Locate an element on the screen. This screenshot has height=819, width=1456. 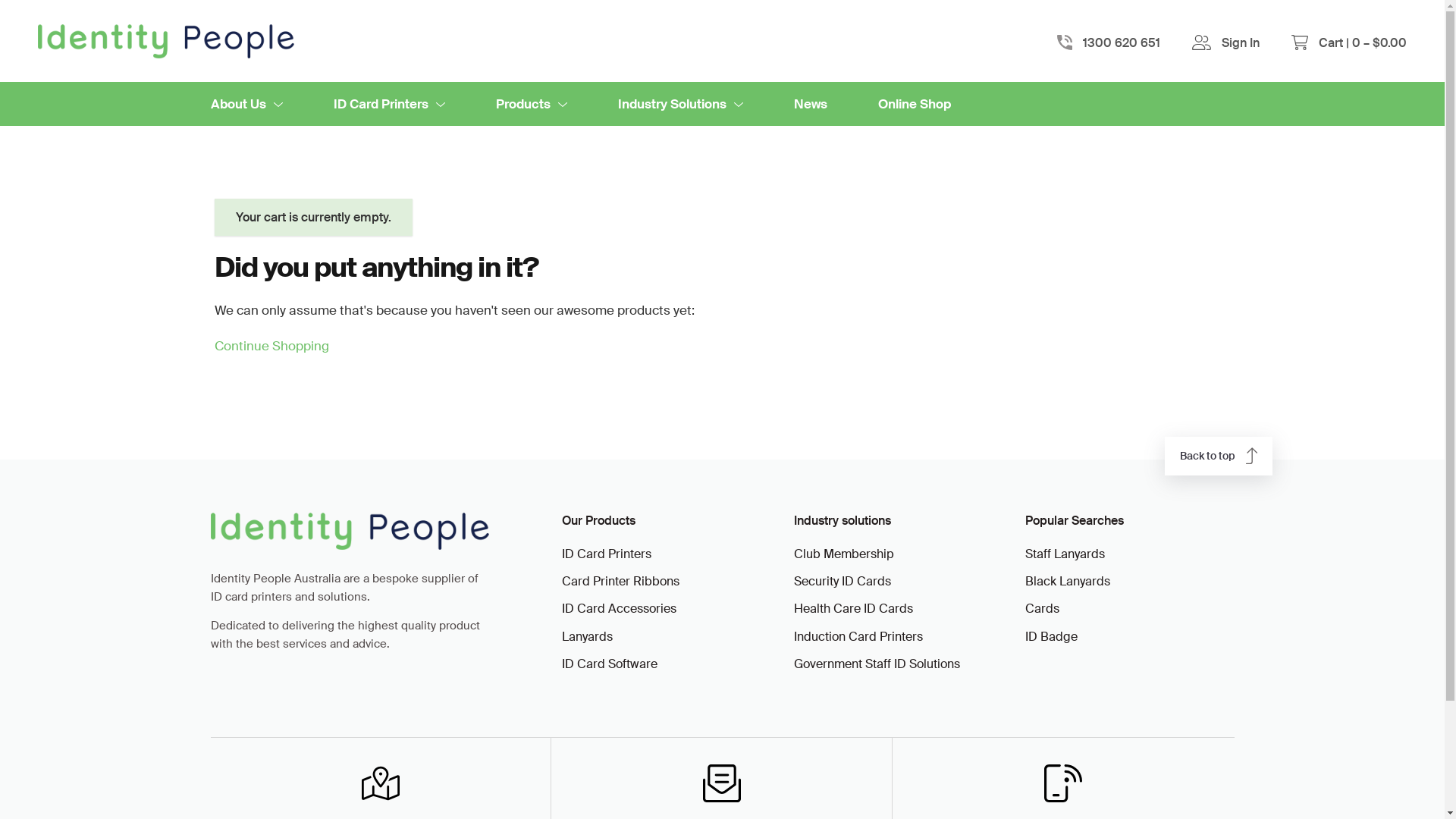
'Back to top' is located at coordinates (1219, 455).